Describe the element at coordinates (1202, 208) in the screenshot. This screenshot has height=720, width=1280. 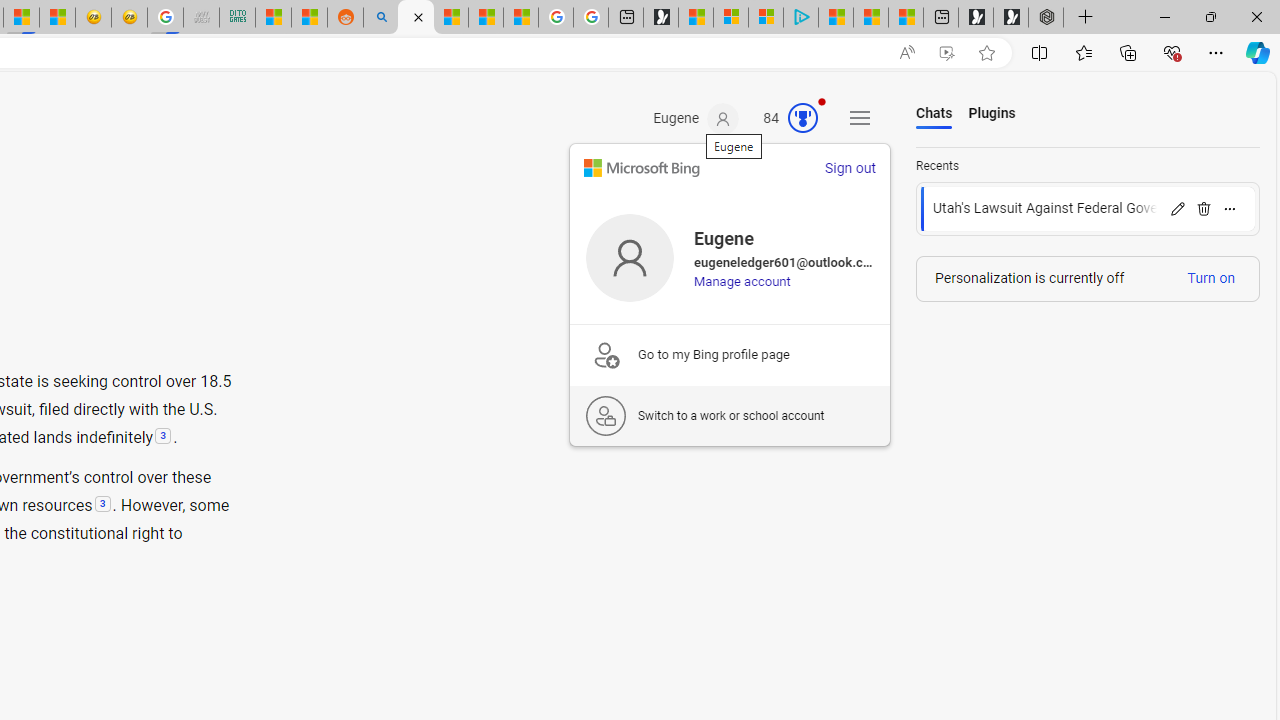
I see `'Delete'` at that location.